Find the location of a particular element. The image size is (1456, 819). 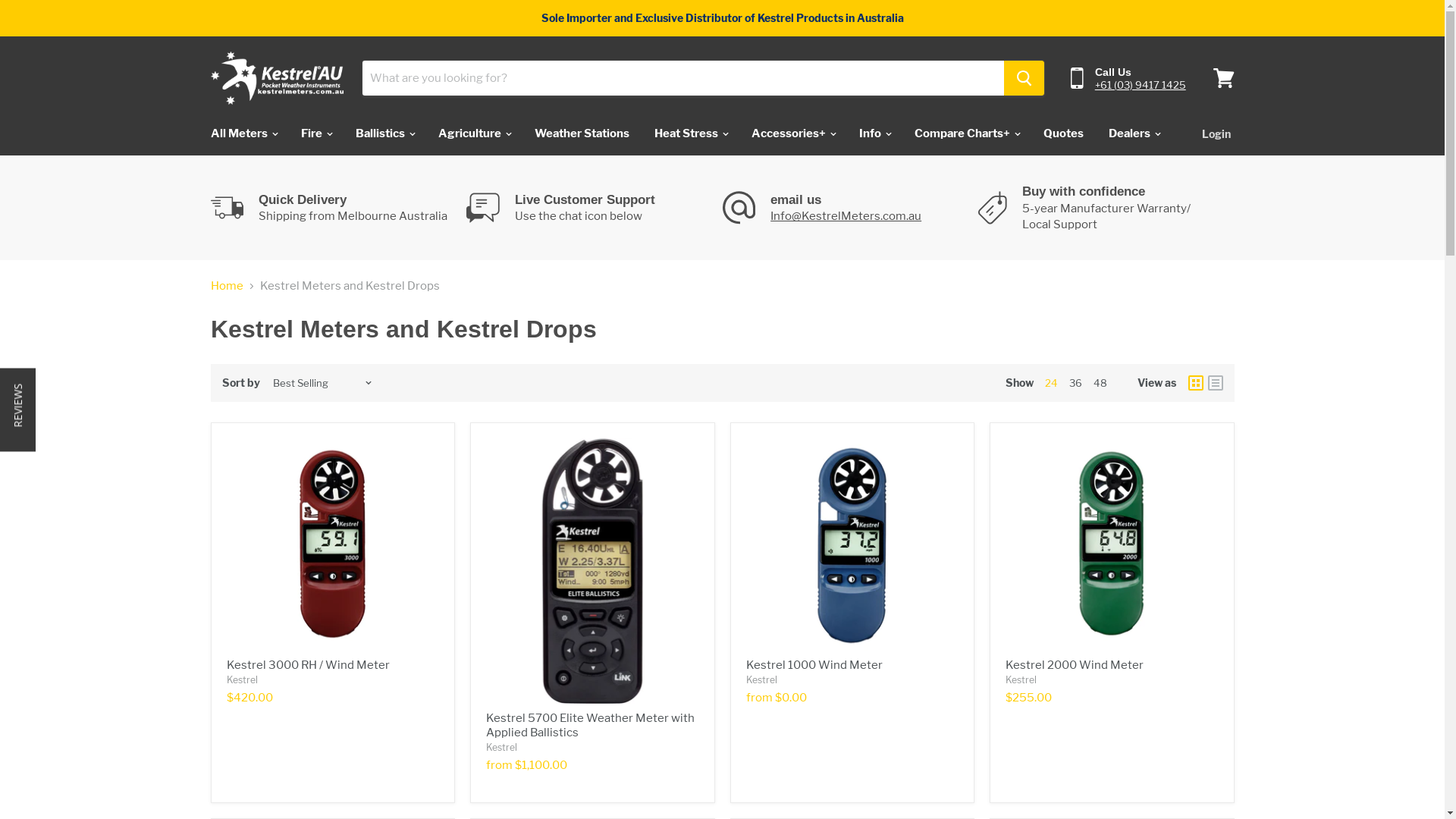

'Login' is located at coordinates (1216, 133).